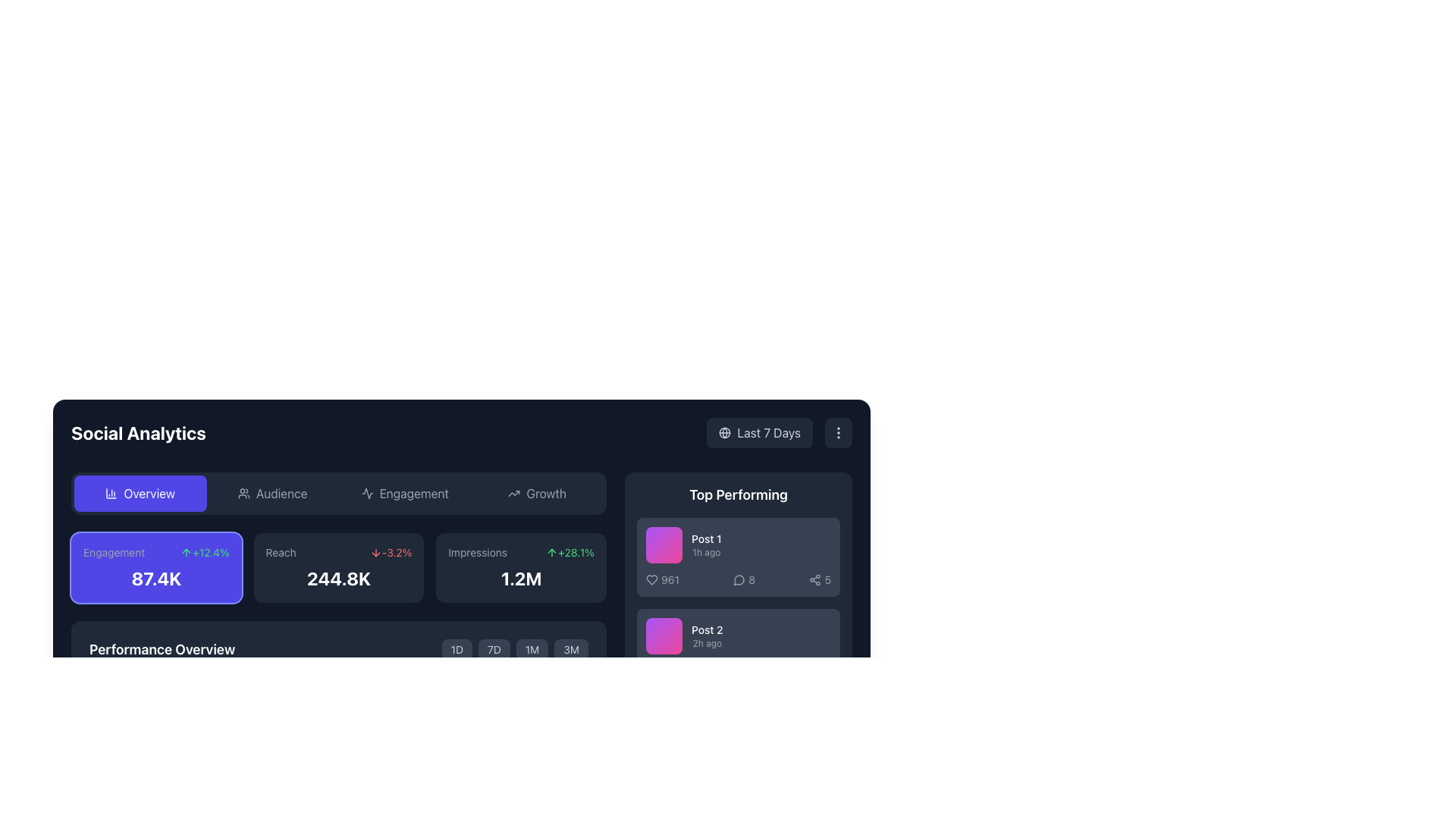  What do you see at coordinates (494, 648) in the screenshot?
I see `the button labeled '7D'` at bounding box center [494, 648].